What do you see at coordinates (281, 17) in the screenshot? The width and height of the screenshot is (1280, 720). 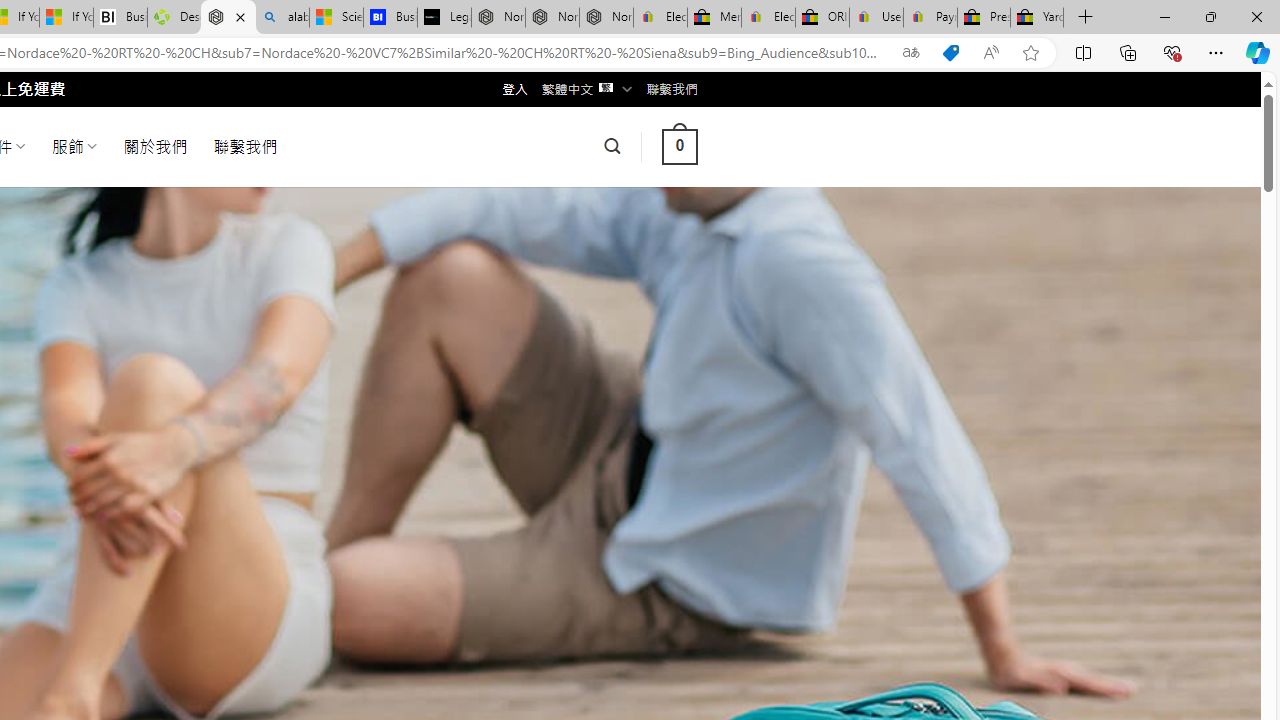 I see `'alabama high school quarterback dies - Search'` at bounding box center [281, 17].